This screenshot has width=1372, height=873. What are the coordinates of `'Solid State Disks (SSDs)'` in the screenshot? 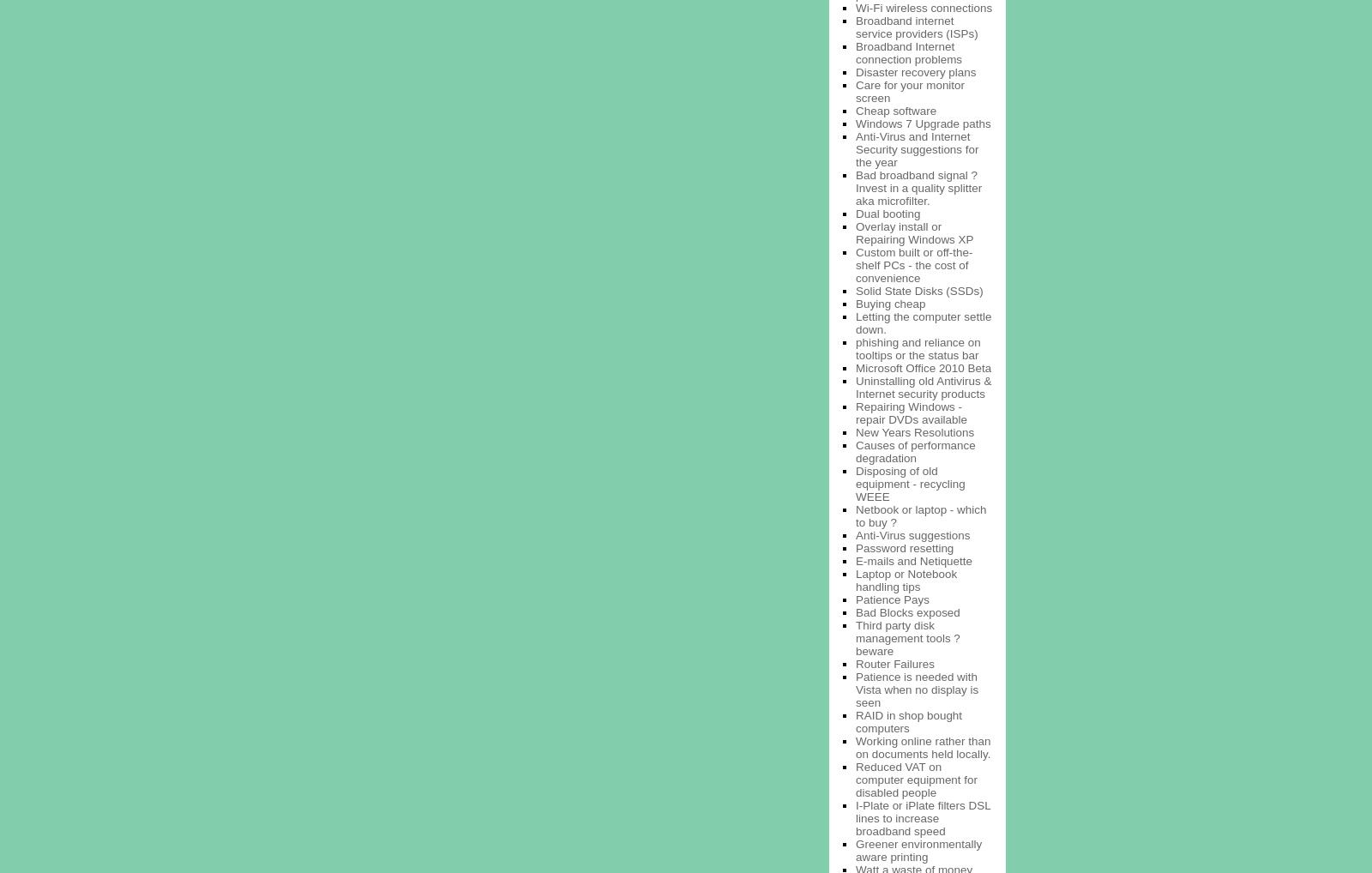 It's located at (919, 289).